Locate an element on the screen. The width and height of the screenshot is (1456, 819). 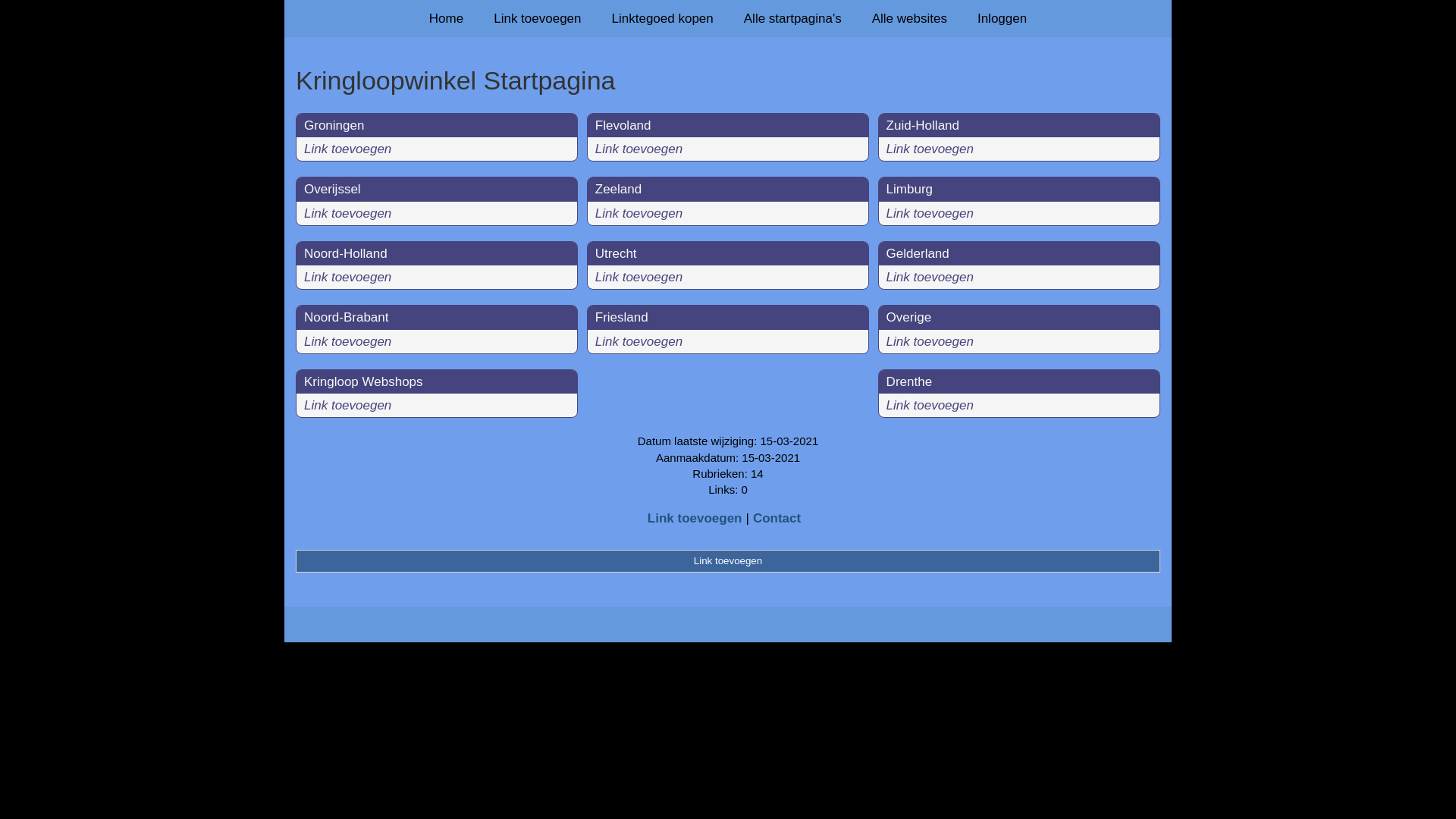
'Alle websites' is located at coordinates (909, 18).